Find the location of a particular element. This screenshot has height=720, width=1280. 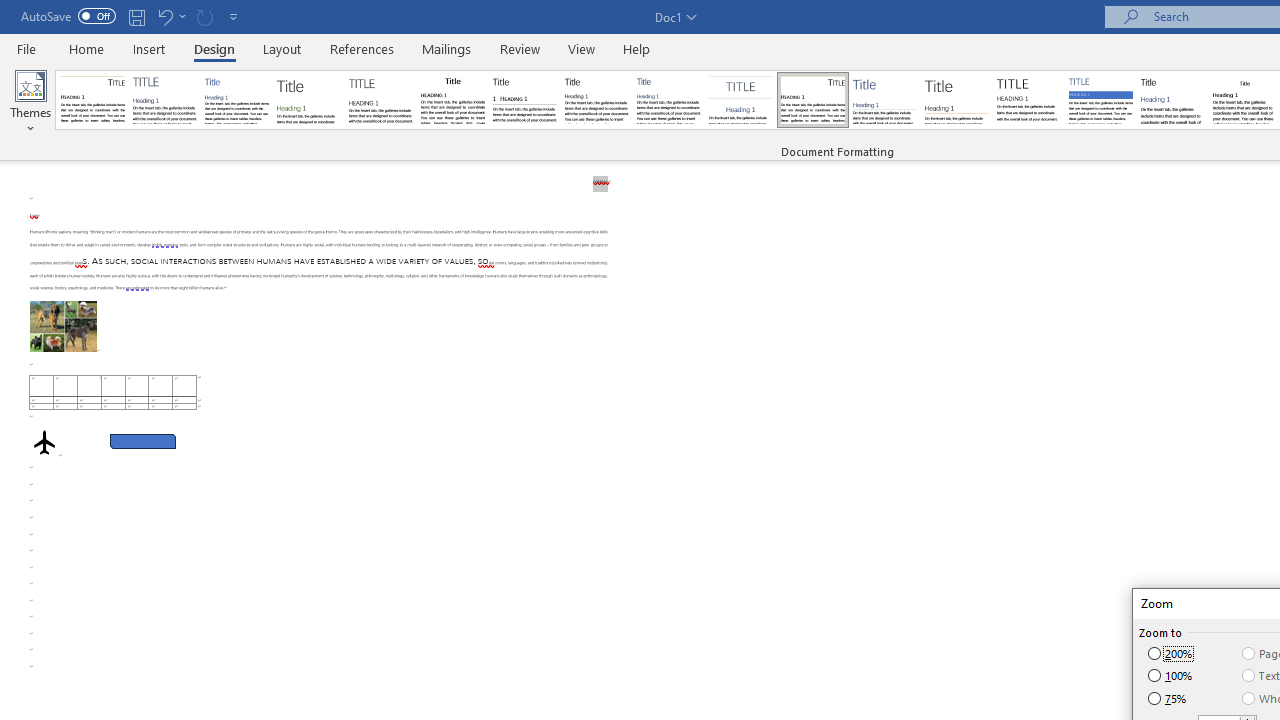

'Basic (Elegant)' is located at coordinates (165, 100).